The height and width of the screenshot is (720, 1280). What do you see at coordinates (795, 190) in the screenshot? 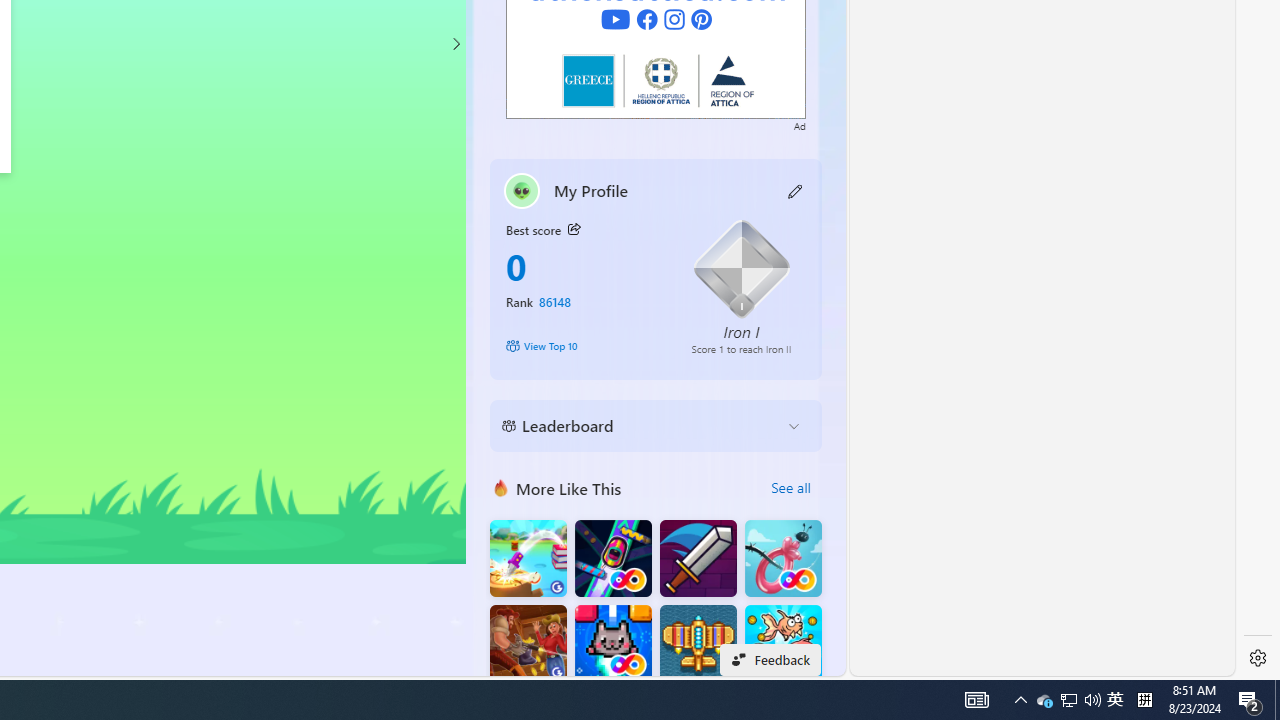
I see `'Class: button edit-icon'` at bounding box center [795, 190].